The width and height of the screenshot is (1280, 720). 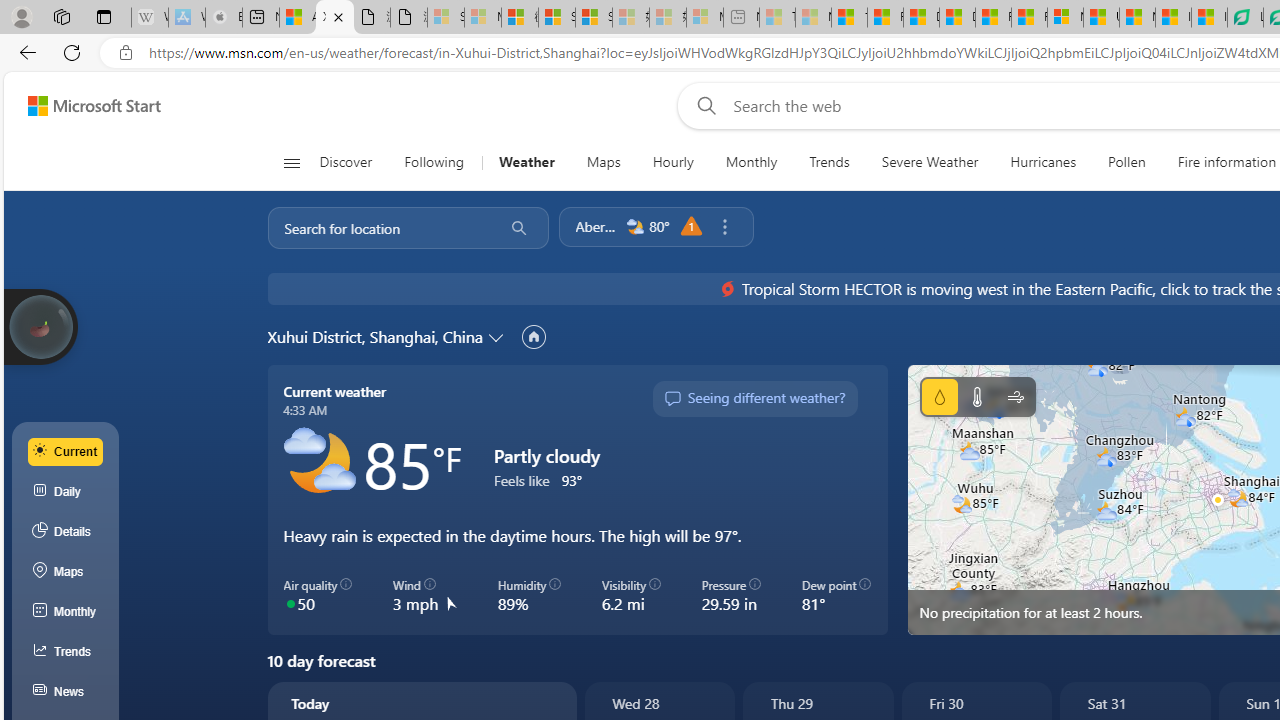 I want to click on 'Top Stories - MSN - Sleeping', so click(x=776, y=17).